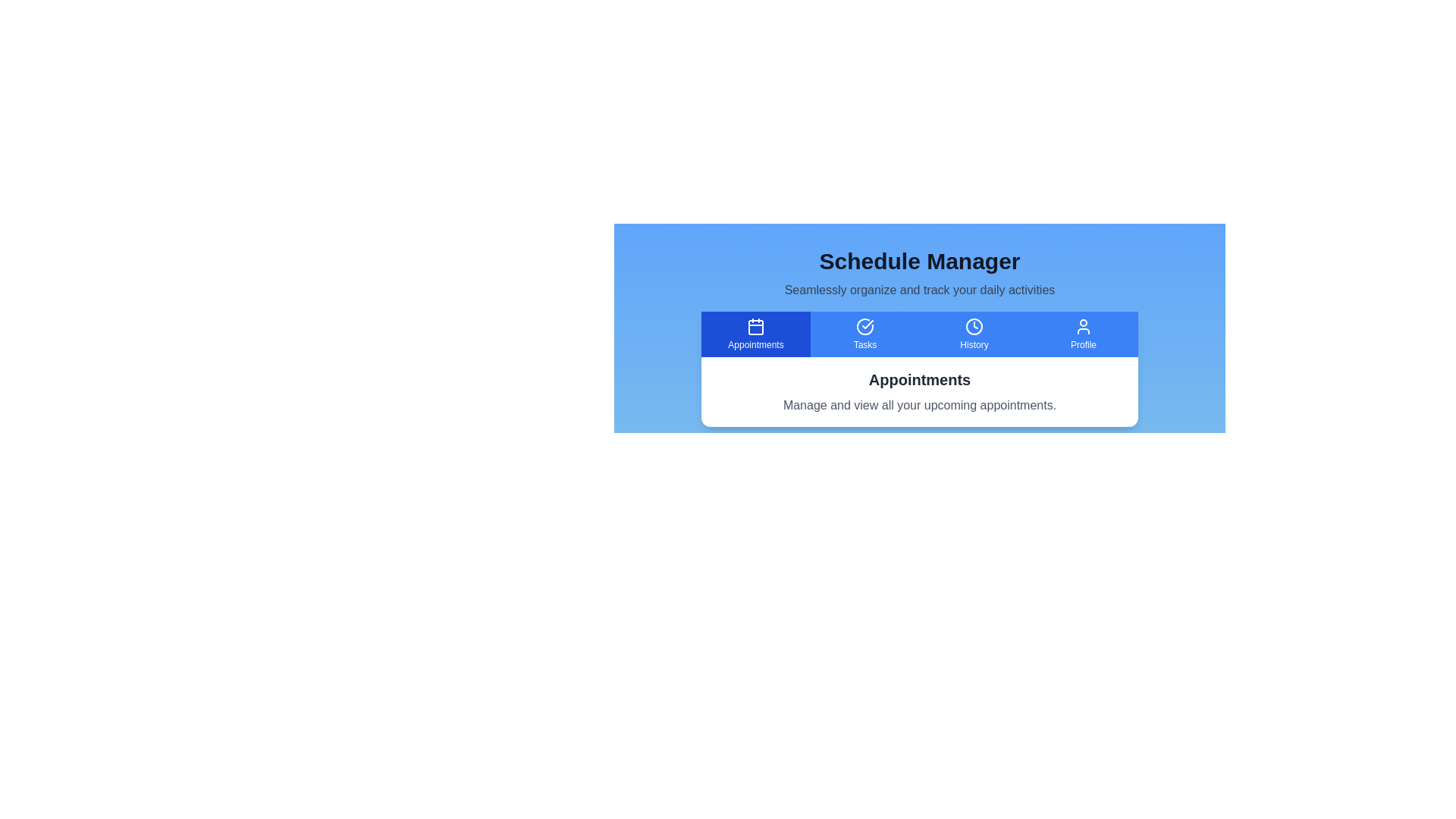  I want to click on the 'Tasks' section label in the navigation menu, which is located adjacent to the circular icon representing tasks, so click(865, 345).